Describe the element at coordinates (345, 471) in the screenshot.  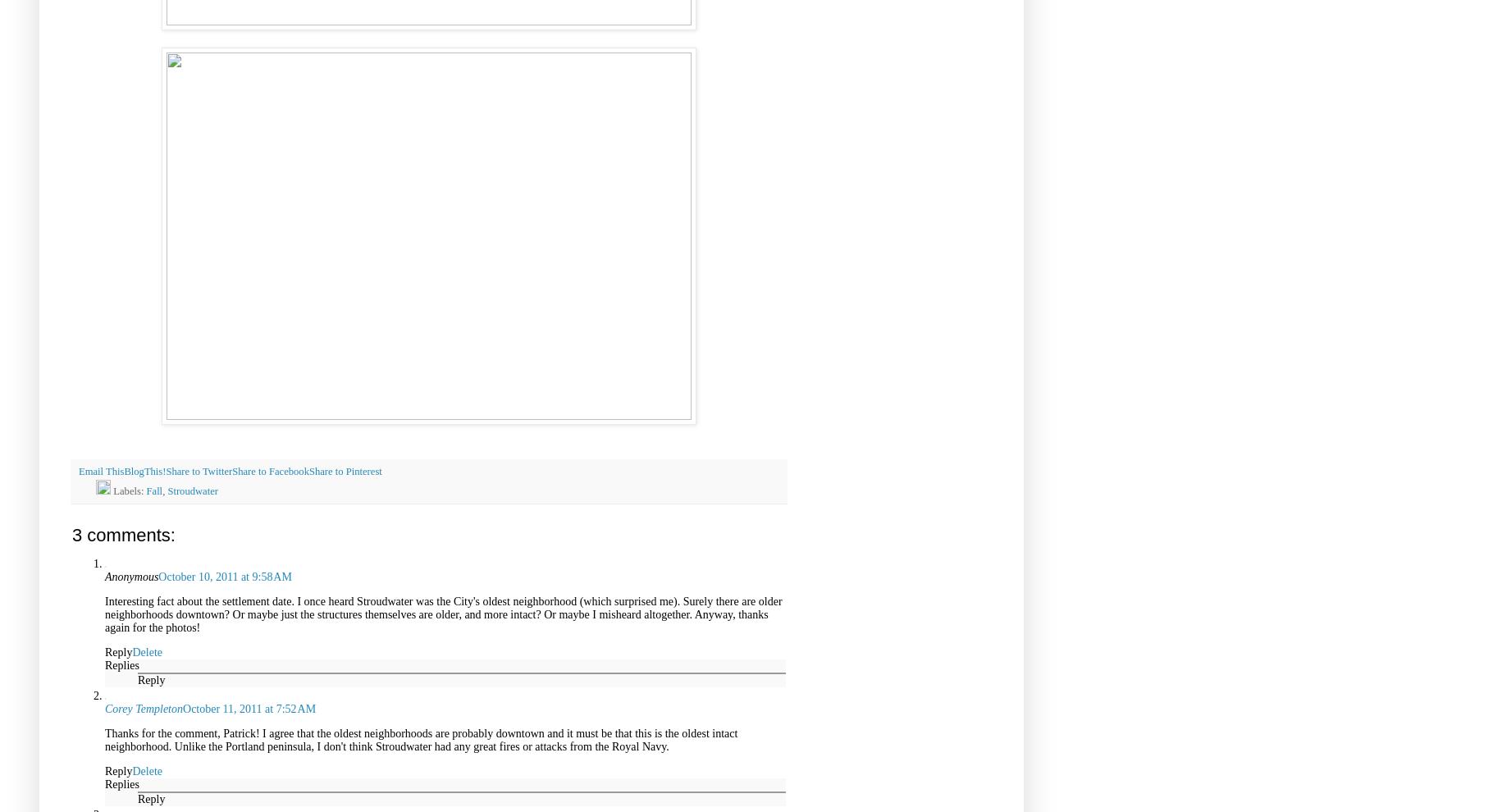
I see `'Share to Pinterest'` at that location.